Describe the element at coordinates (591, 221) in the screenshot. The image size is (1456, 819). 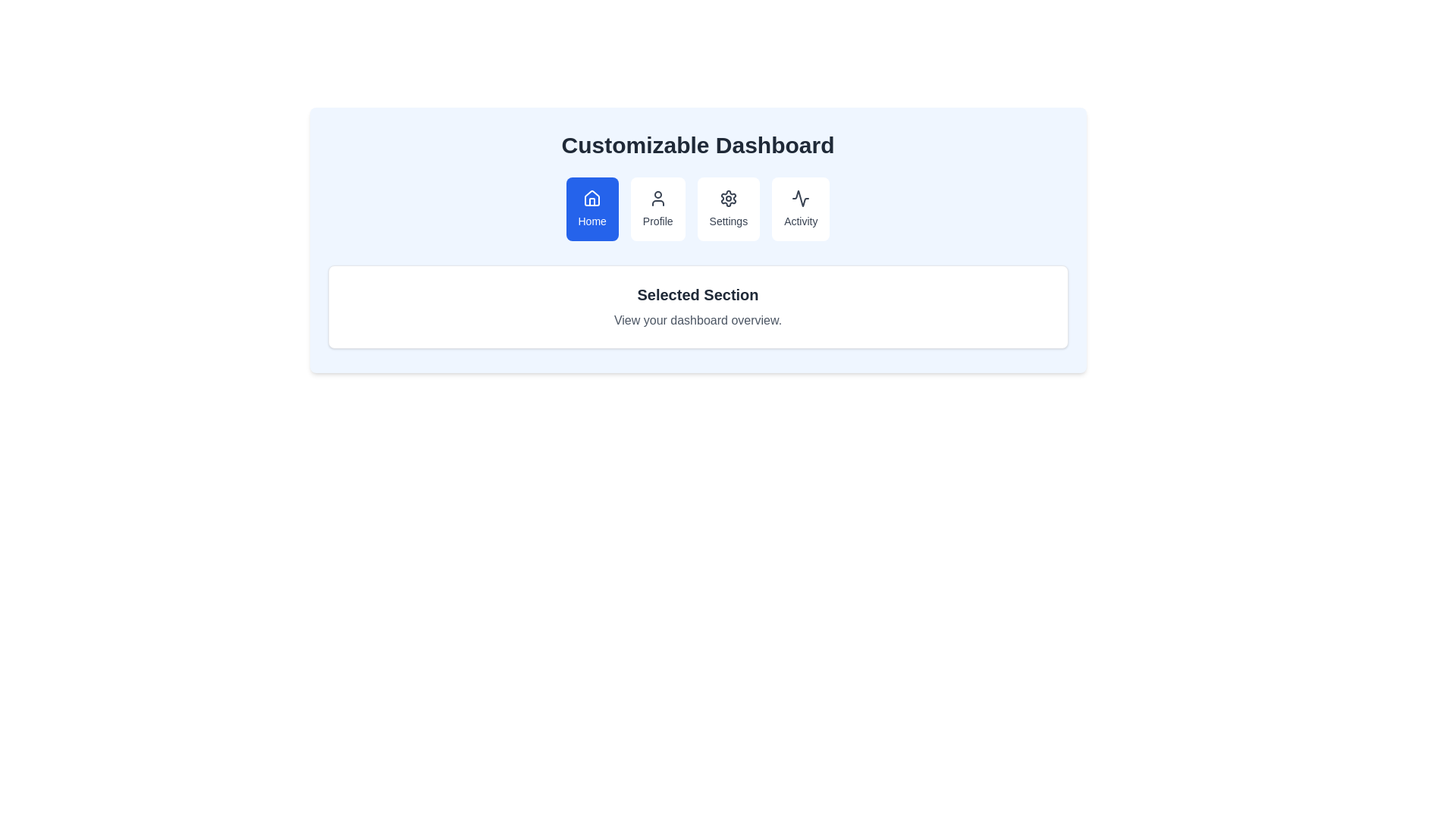
I see `the Static Text Label that describes the 'Home' button, located directly below the house icon in the primary navigation options` at that location.